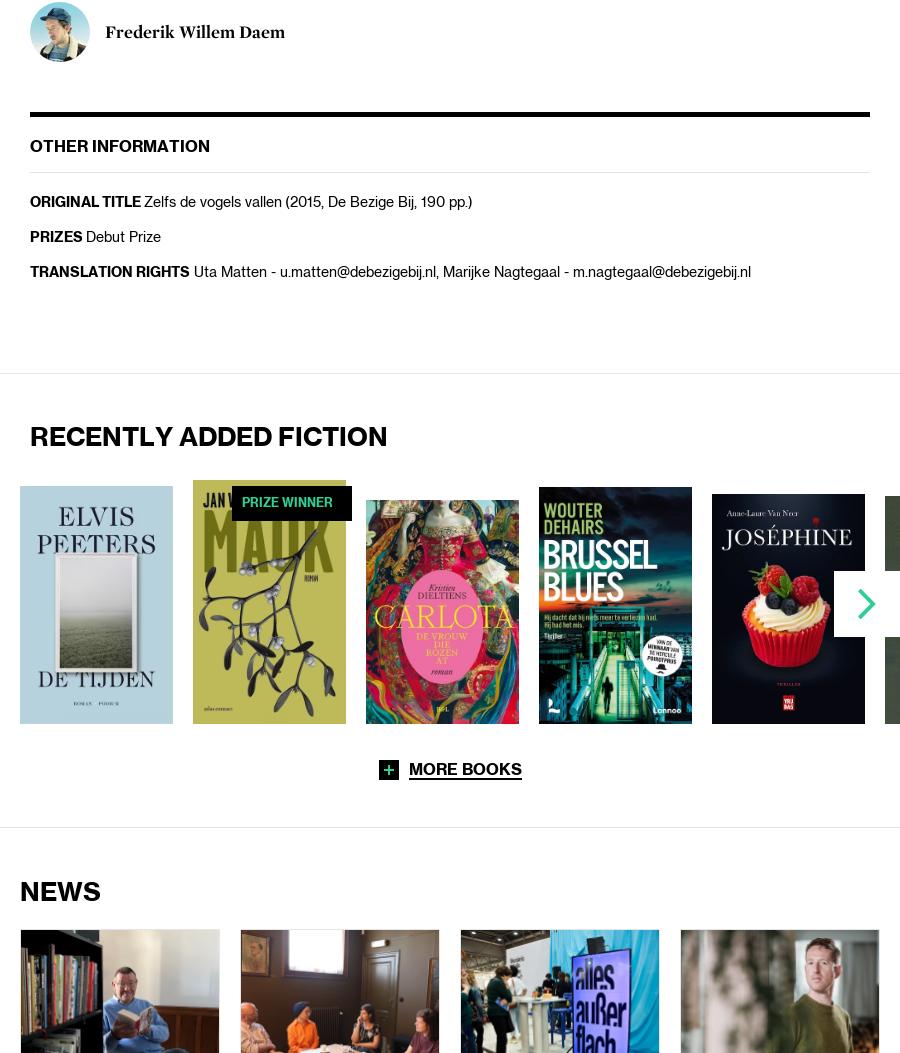  I want to click on 'Next', so click(866, 602).